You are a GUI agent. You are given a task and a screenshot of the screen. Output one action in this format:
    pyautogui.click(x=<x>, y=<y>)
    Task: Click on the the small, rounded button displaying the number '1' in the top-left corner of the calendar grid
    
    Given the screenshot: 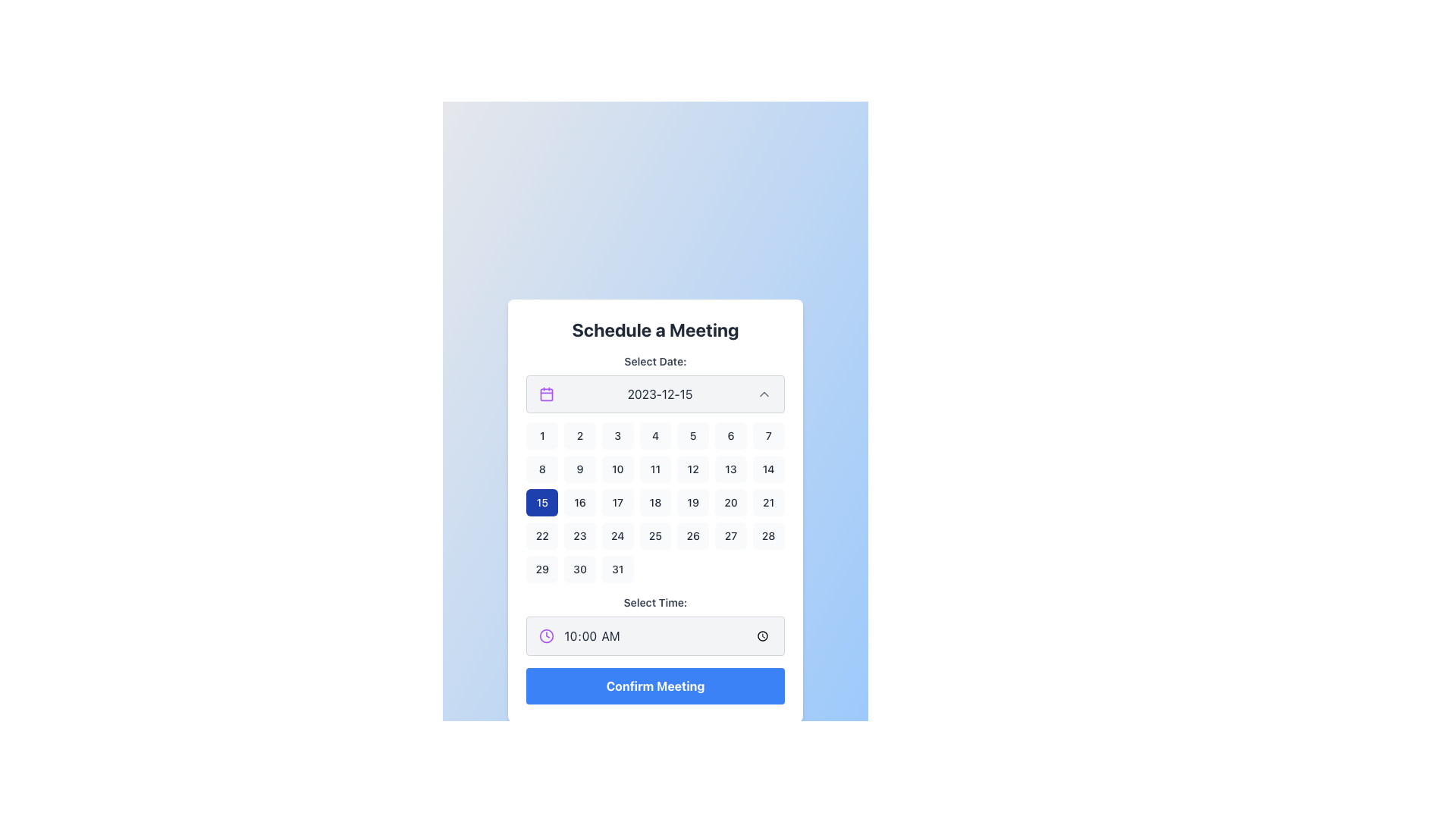 What is the action you would take?
    pyautogui.click(x=542, y=435)
    